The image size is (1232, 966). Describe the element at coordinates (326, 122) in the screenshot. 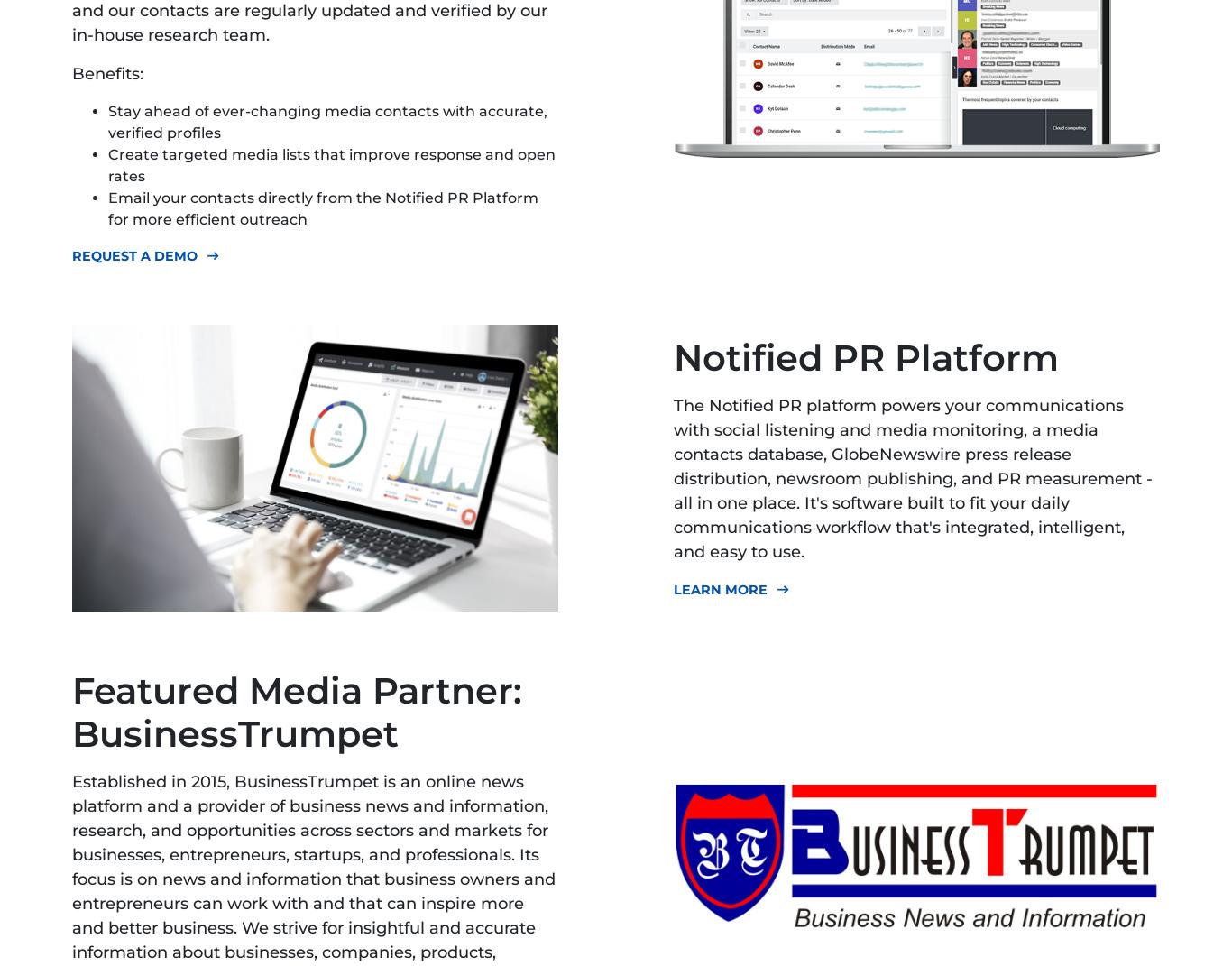

I see `'Stay ahead of ever-changing media contacts with accurate, verified profiles'` at that location.